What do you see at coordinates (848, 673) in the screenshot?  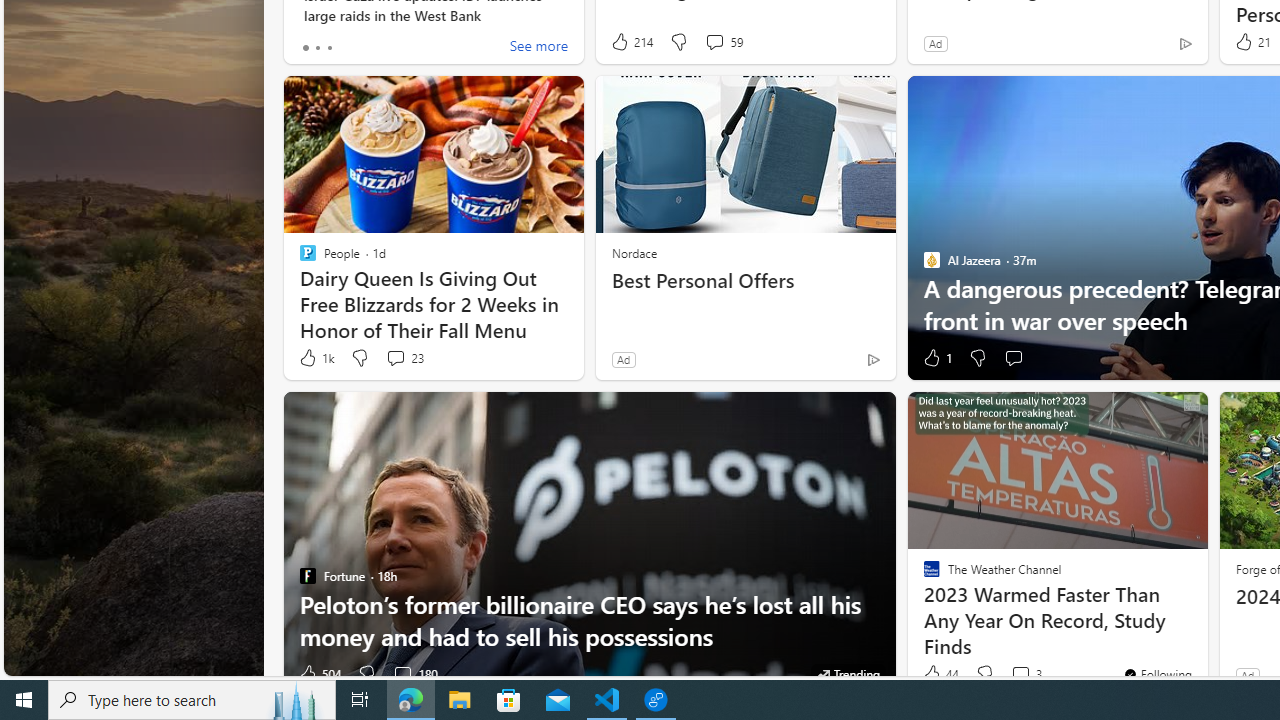 I see `'This story is trending'` at bounding box center [848, 673].